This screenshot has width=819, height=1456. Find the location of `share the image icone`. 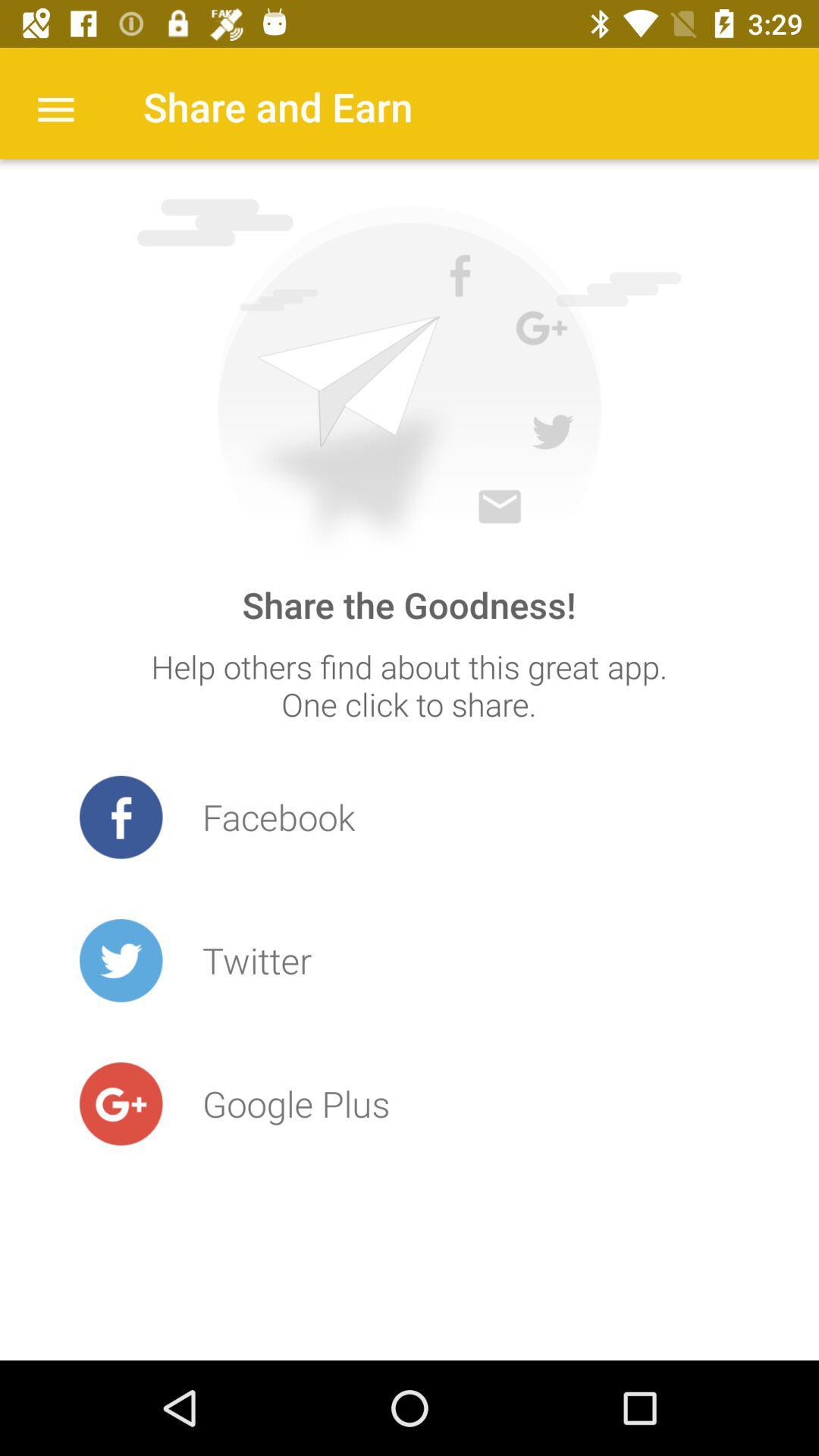

share the image icone is located at coordinates (408, 379).